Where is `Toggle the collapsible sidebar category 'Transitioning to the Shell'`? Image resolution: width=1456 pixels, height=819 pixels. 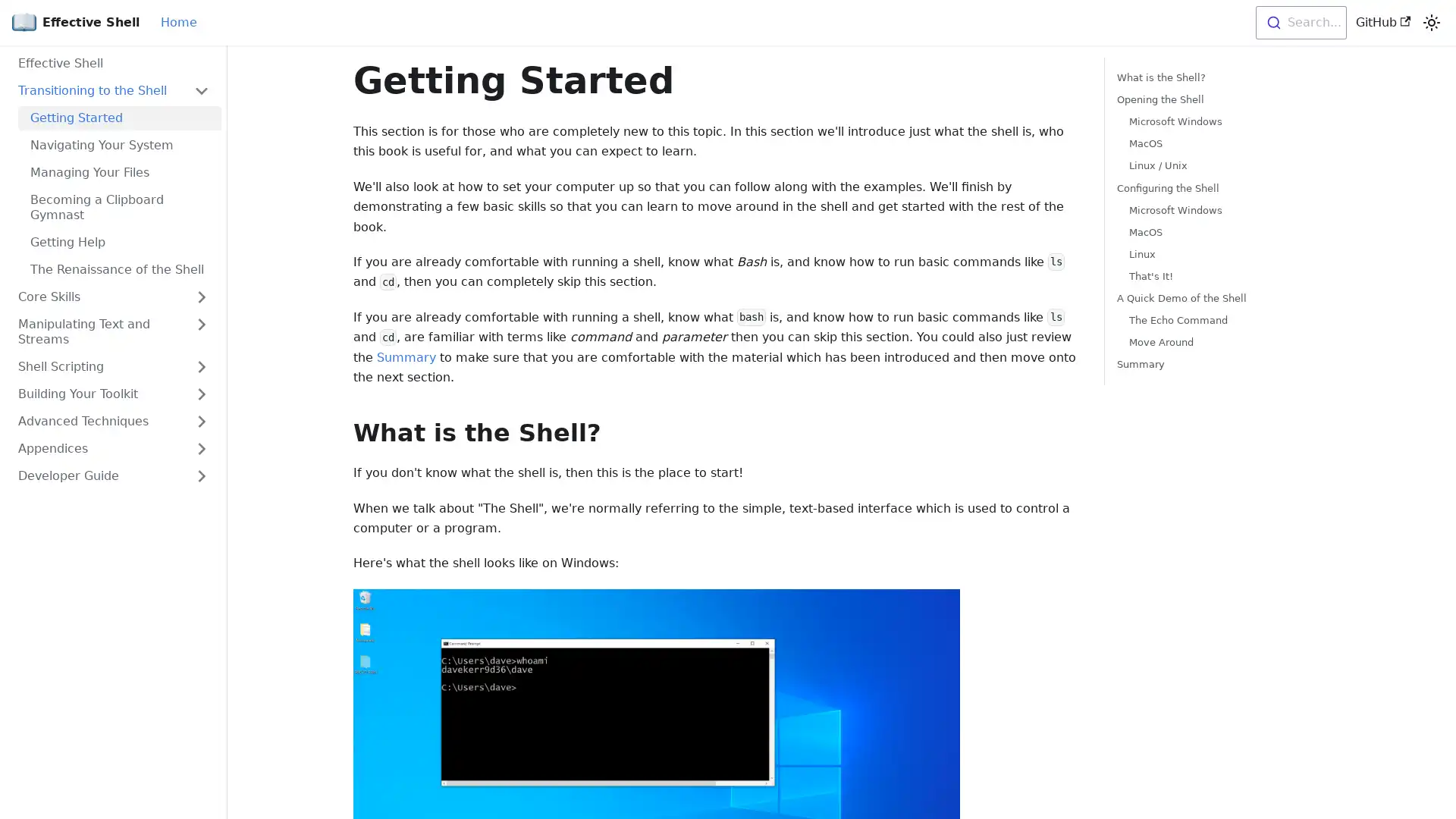
Toggle the collapsible sidebar category 'Transitioning to the Shell' is located at coordinates (200, 90).